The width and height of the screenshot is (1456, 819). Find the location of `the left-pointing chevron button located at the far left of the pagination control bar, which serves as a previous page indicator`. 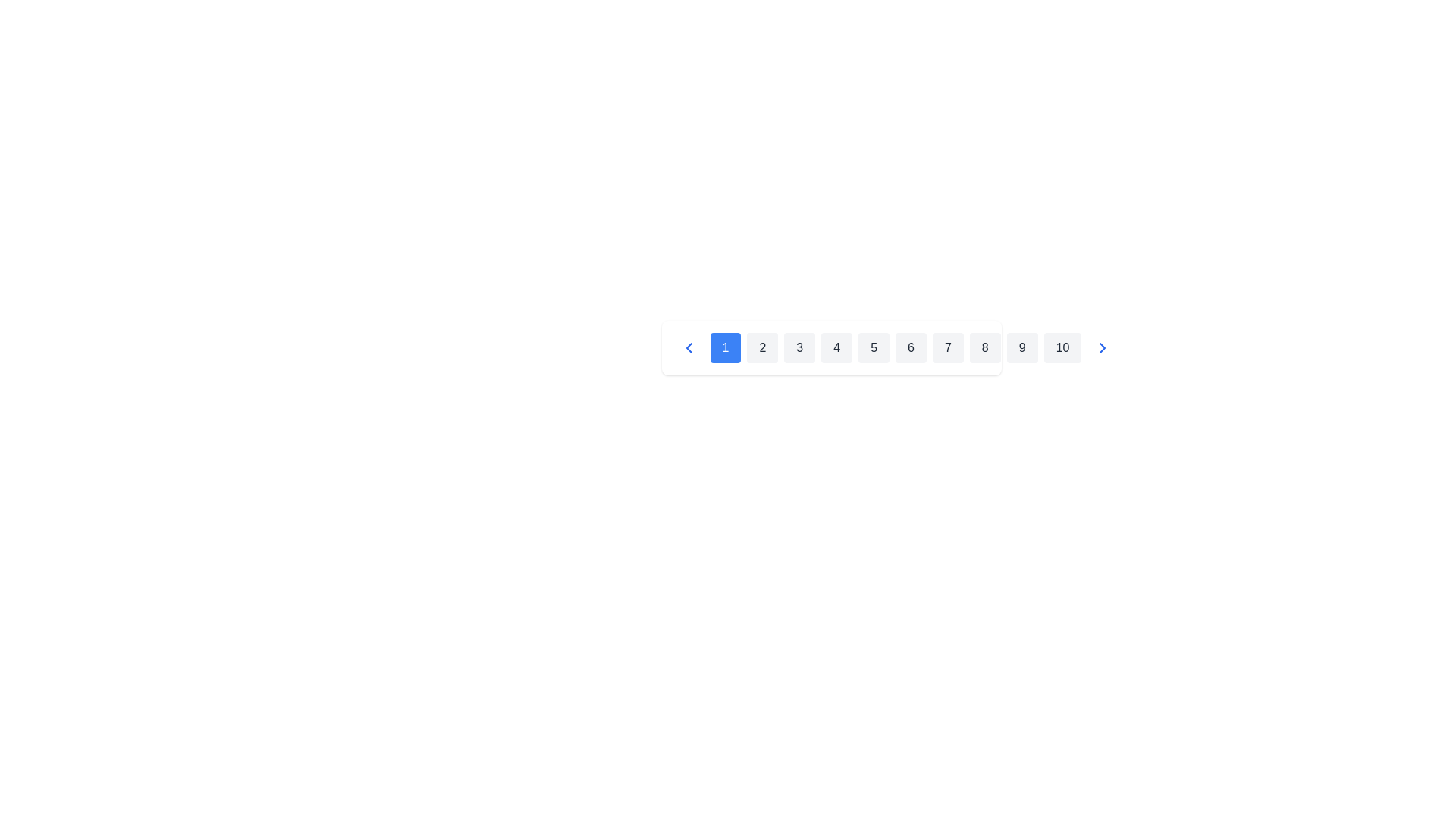

the left-pointing chevron button located at the far left of the pagination control bar, which serves as a previous page indicator is located at coordinates (688, 348).